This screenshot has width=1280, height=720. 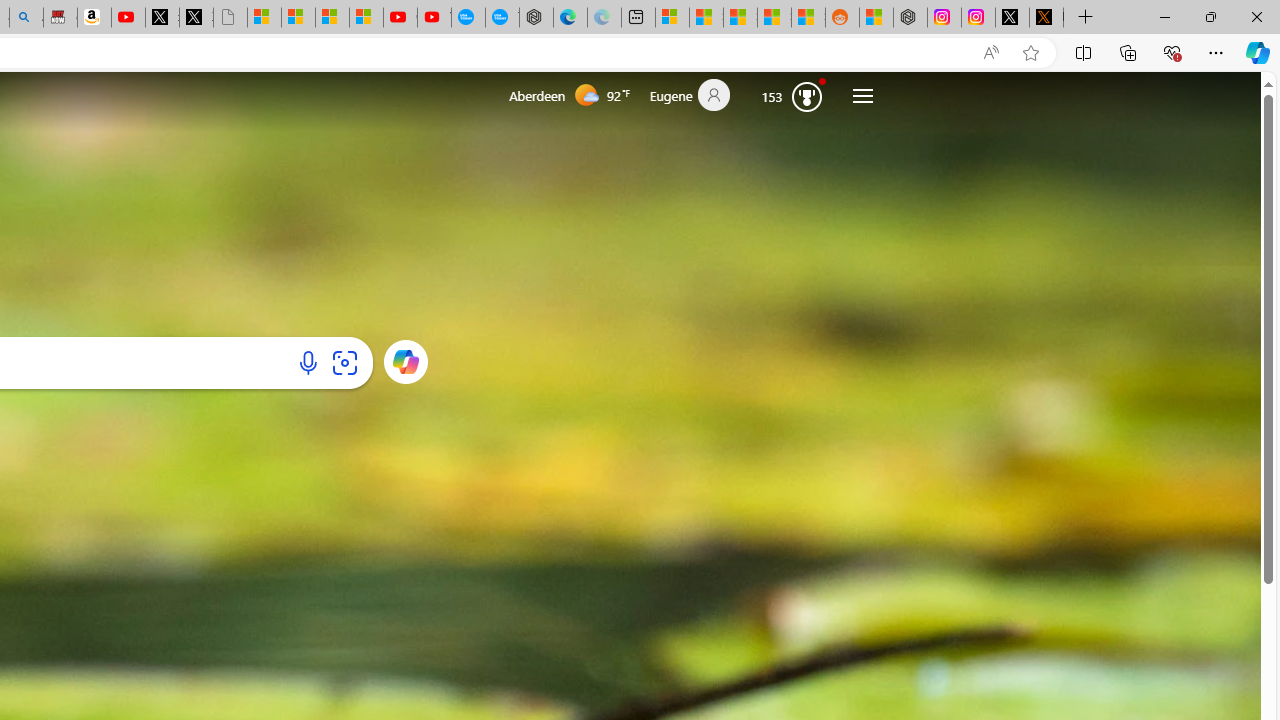 What do you see at coordinates (1046, 17) in the screenshot?
I see `'help.x.com | 524: A timeout occurred'` at bounding box center [1046, 17].